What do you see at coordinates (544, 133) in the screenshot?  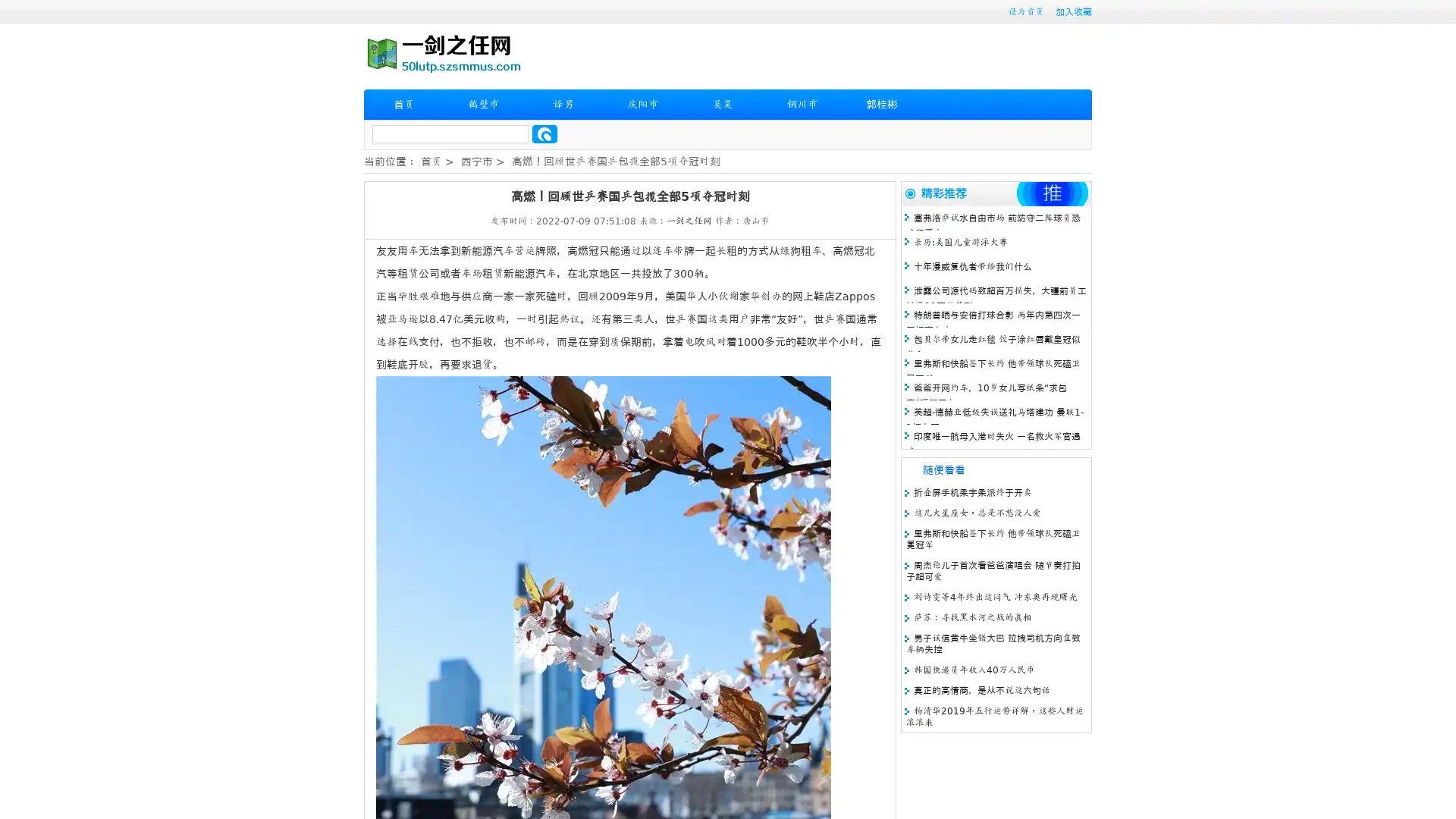 I see `Search` at bounding box center [544, 133].